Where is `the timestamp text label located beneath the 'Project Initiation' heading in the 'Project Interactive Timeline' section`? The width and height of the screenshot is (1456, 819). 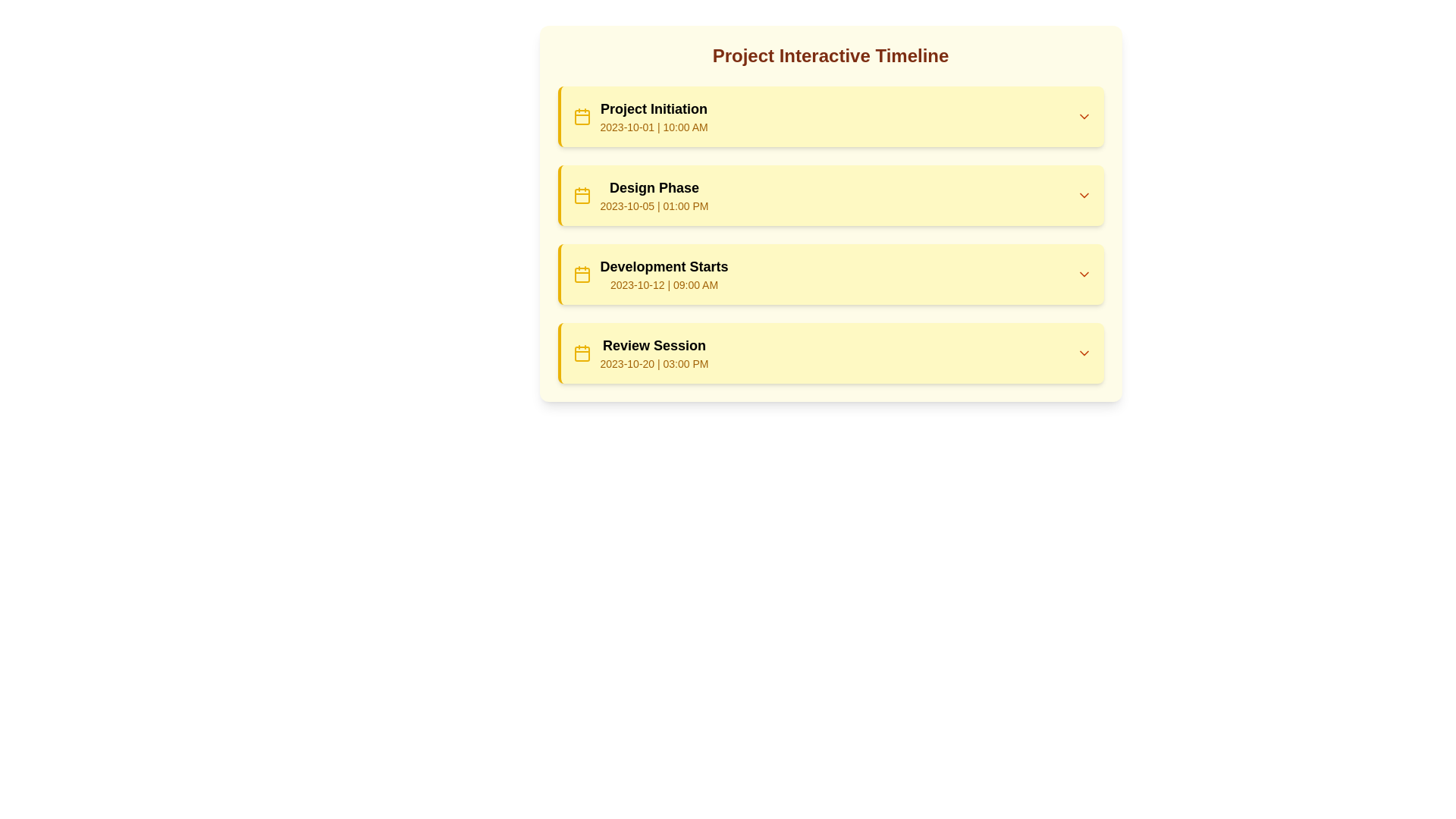 the timestamp text label located beneath the 'Project Initiation' heading in the 'Project Interactive Timeline' section is located at coordinates (654, 127).